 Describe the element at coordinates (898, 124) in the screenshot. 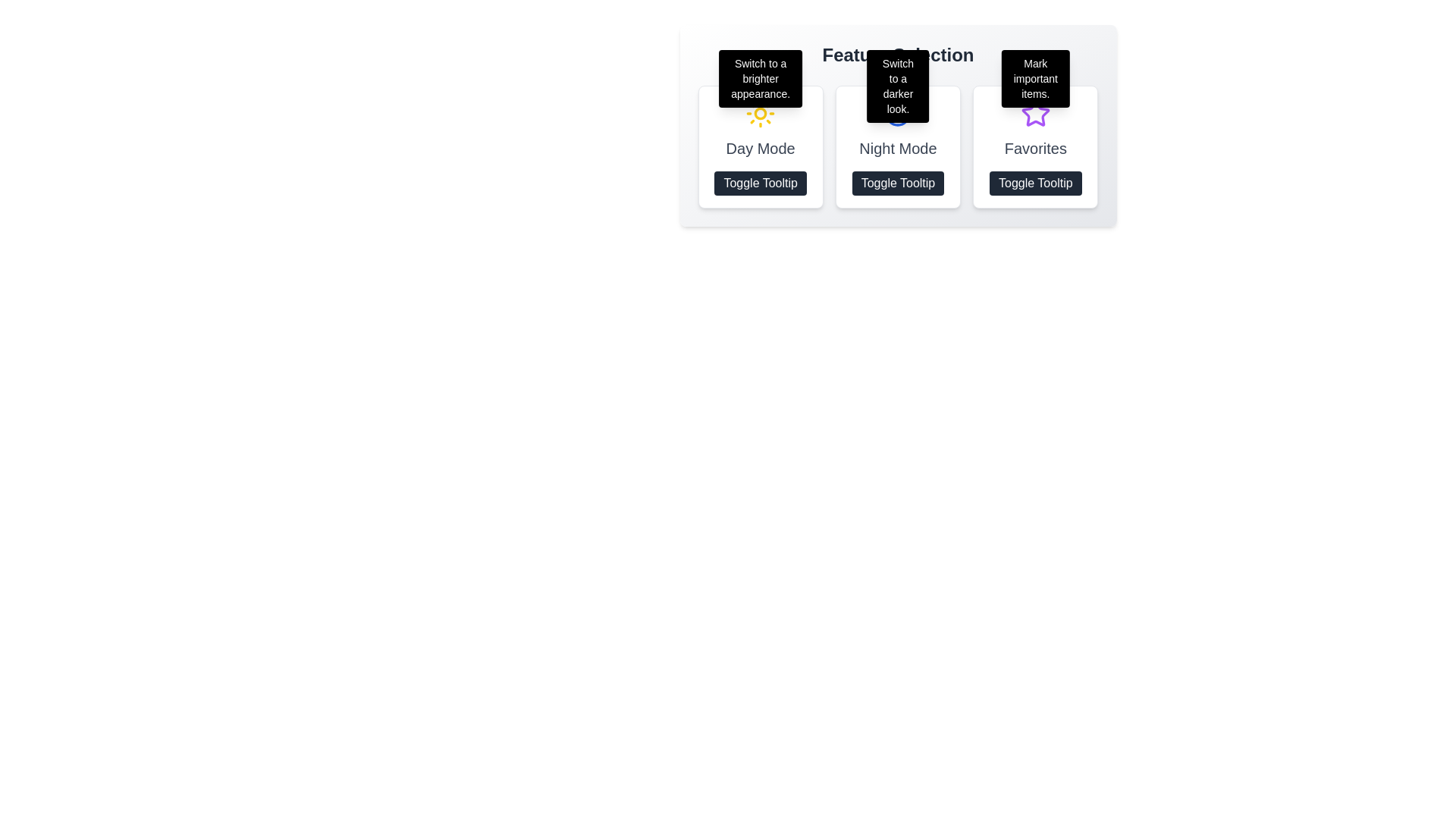

I see `the interactive buttons within the 'Feature Selection' card component` at that location.